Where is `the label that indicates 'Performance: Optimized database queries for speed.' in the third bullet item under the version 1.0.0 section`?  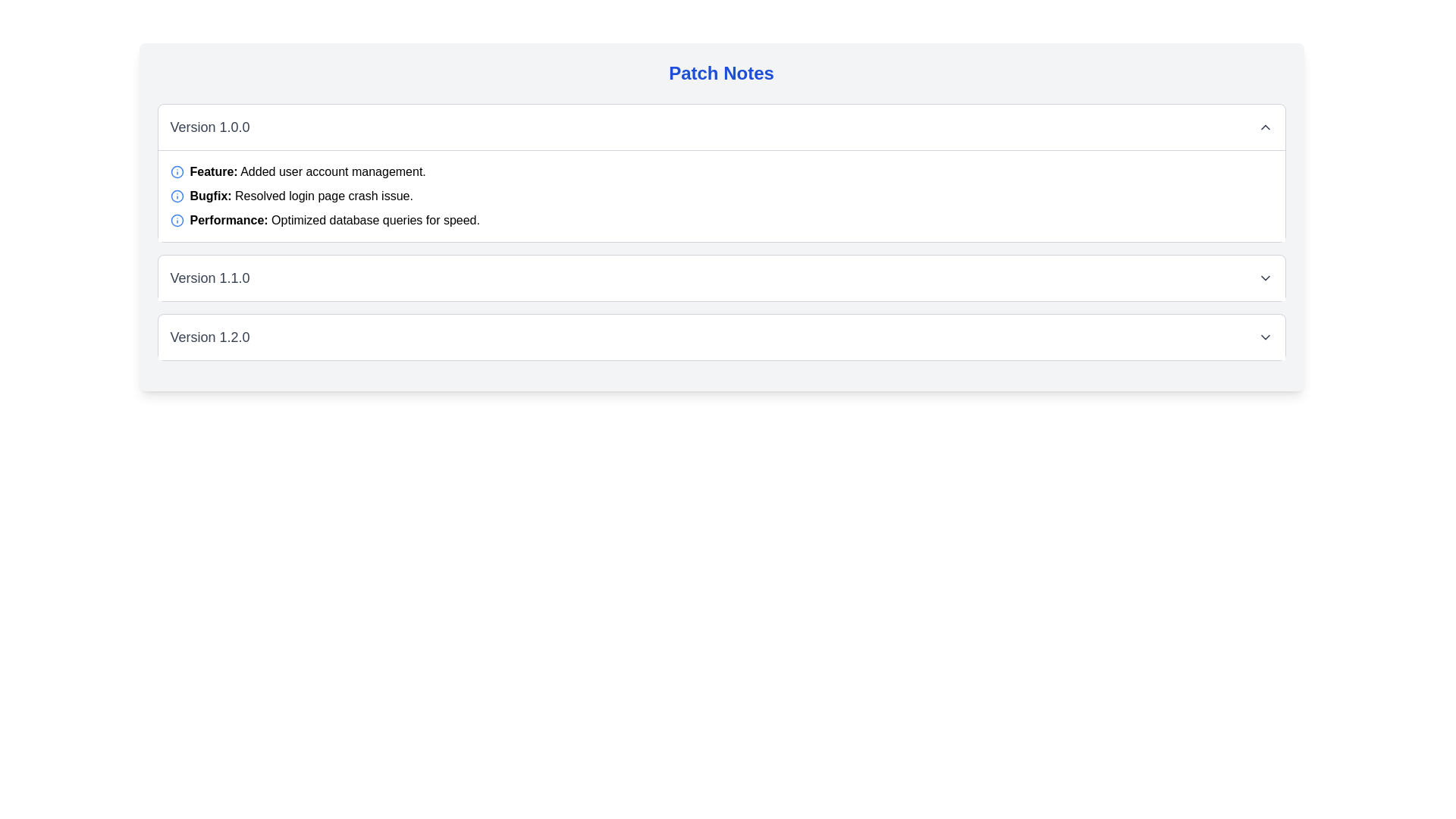
the label that indicates 'Performance: Optimized database queries for speed.' in the third bullet item under the version 1.0.0 section is located at coordinates (228, 220).